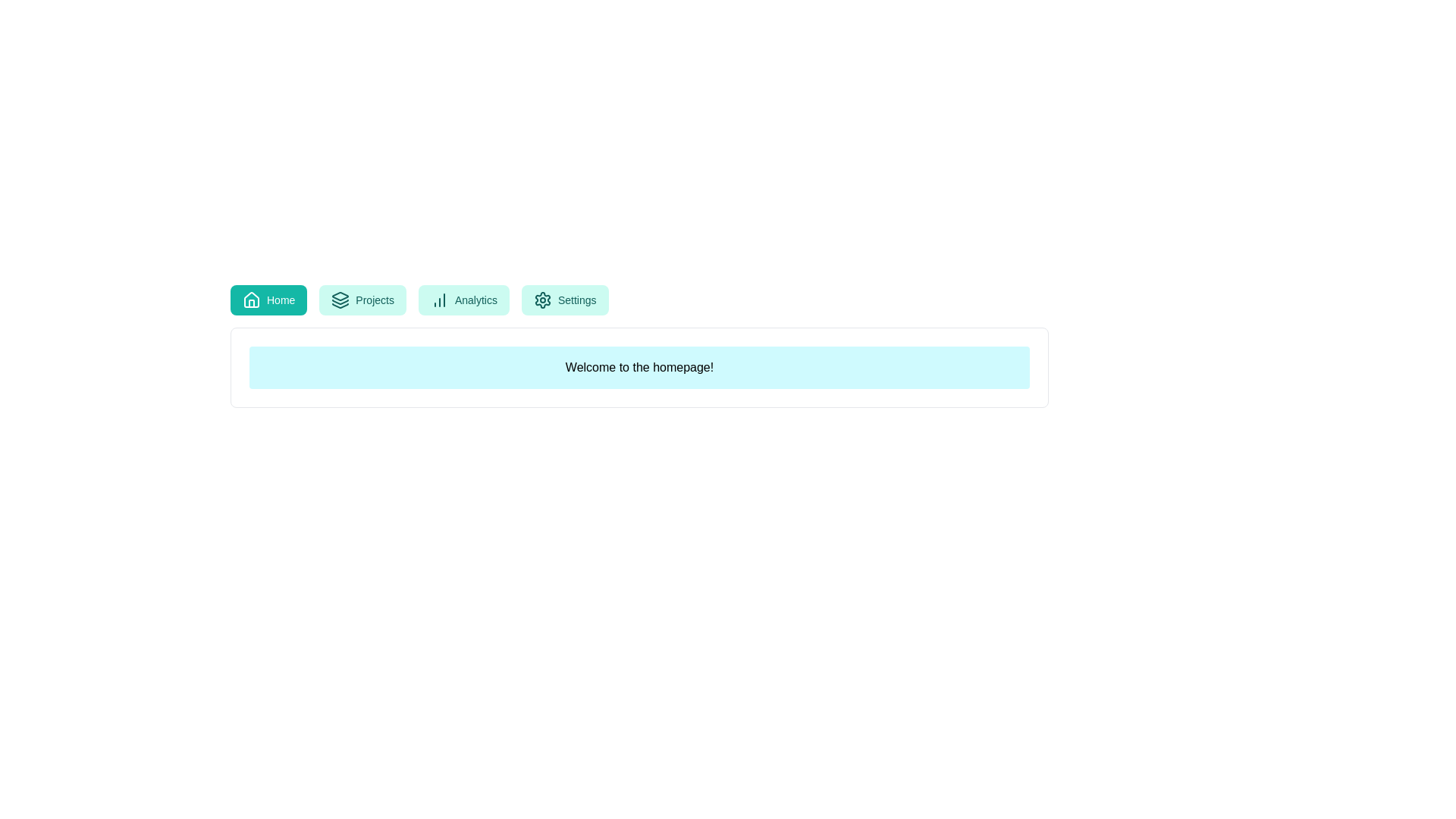  I want to click on the button labeled Home to explore its hover effect, so click(268, 300).